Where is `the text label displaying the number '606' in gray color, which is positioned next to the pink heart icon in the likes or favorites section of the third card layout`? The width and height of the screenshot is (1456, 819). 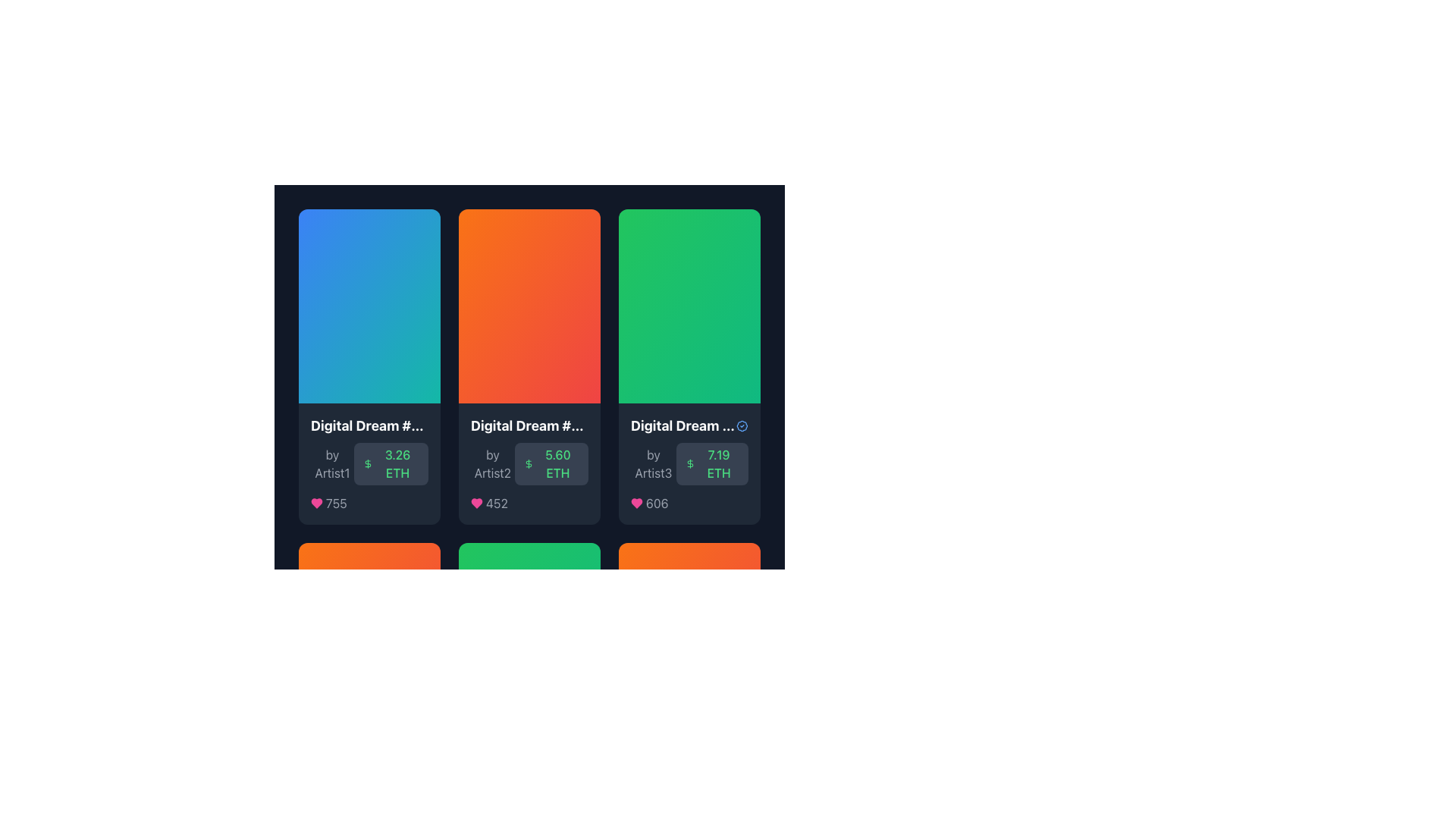 the text label displaying the number '606' in gray color, which is positioned next to the pink heart icon in the likes or favorites section of the third card layout is located at coordinates (657, 503).